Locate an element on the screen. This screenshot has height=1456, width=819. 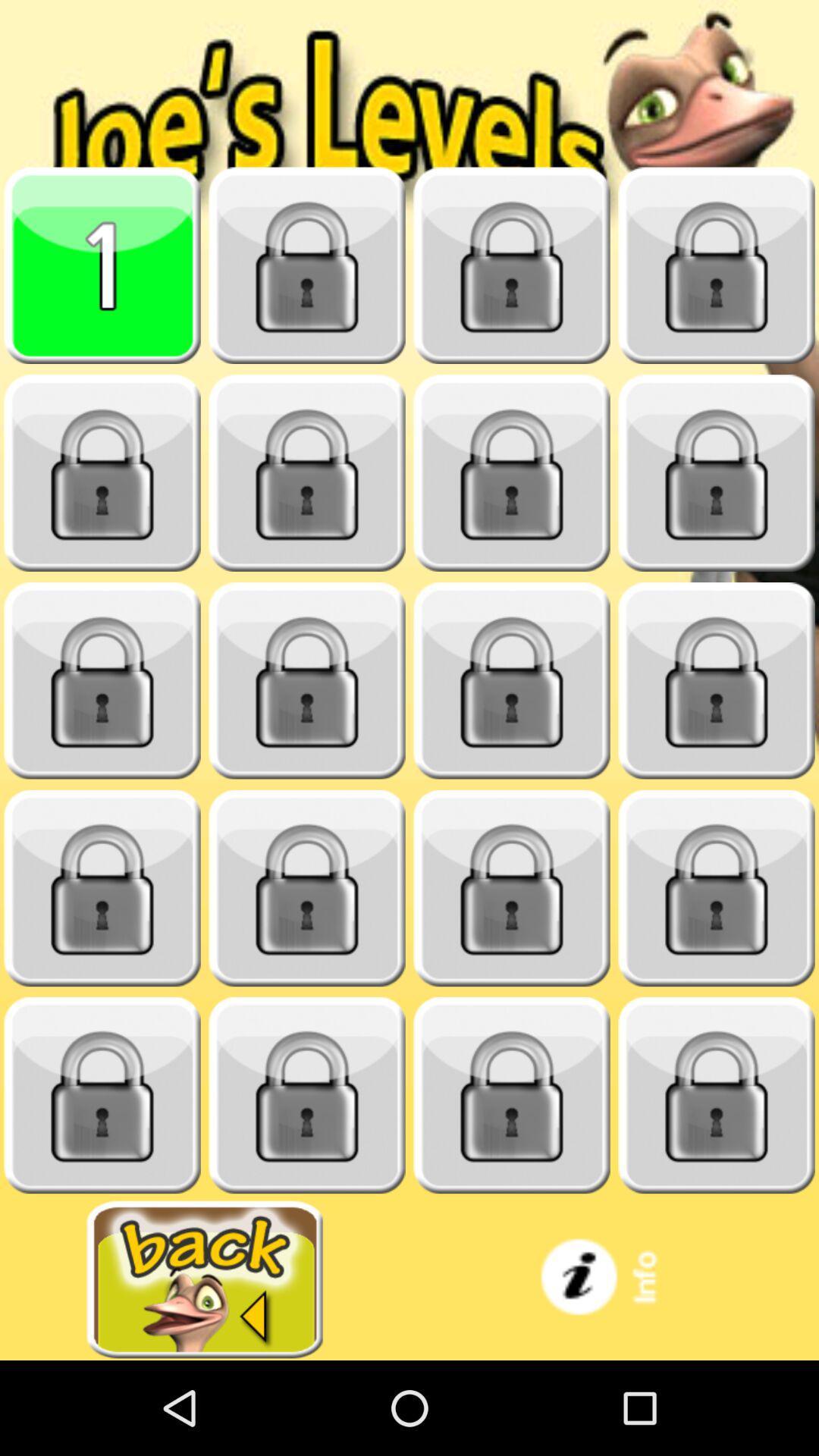
unlock level is located at coordinates (512, 1095).